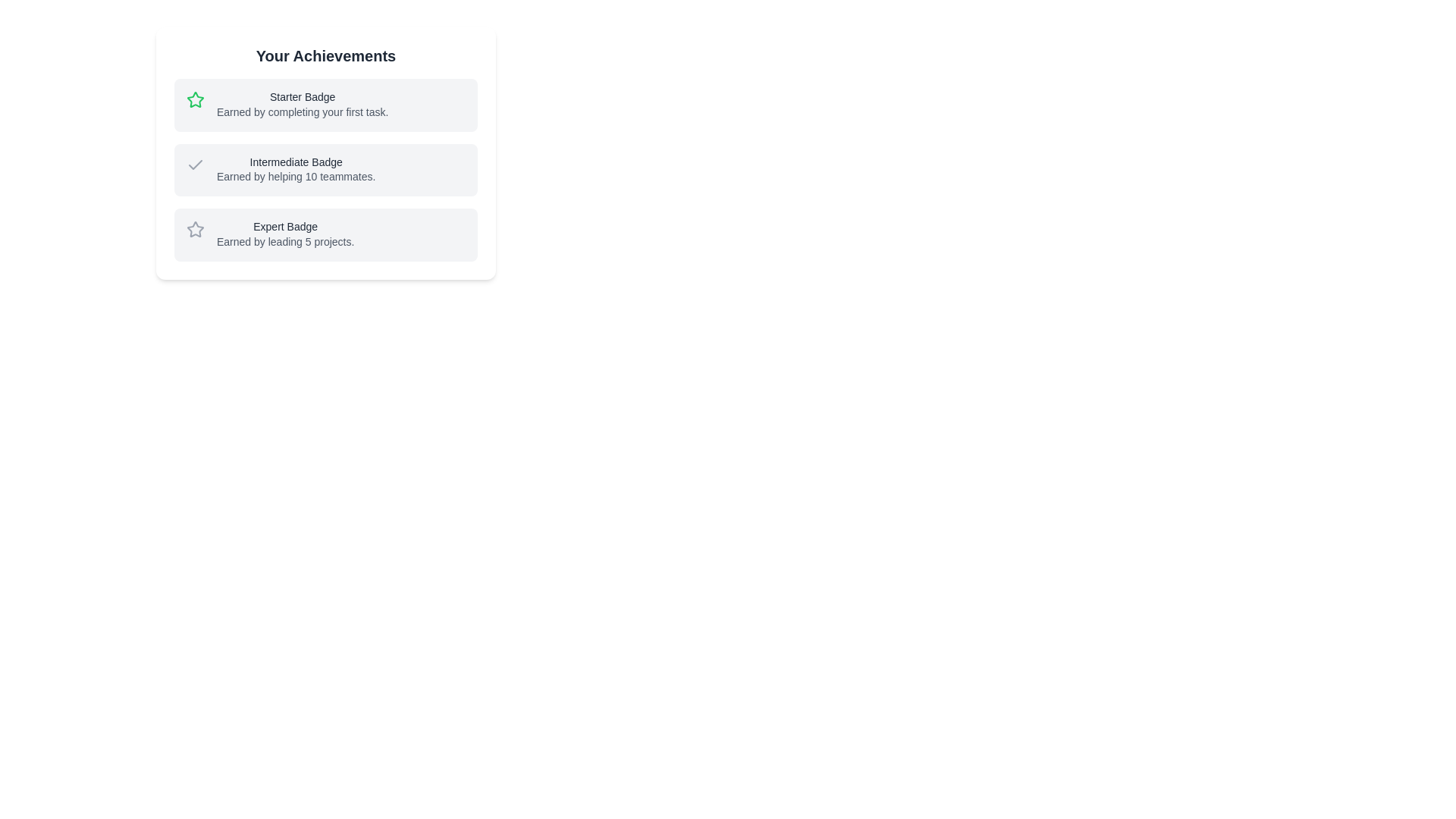  What do you see at coordinates (303, 104) in the screenshot?
I see `the achievement description by clicking on the 'Starter Badge' text label group, which is the first item in the 'Your Achievements' card and features bold, dark gray text` at bounding box center [303, 104].